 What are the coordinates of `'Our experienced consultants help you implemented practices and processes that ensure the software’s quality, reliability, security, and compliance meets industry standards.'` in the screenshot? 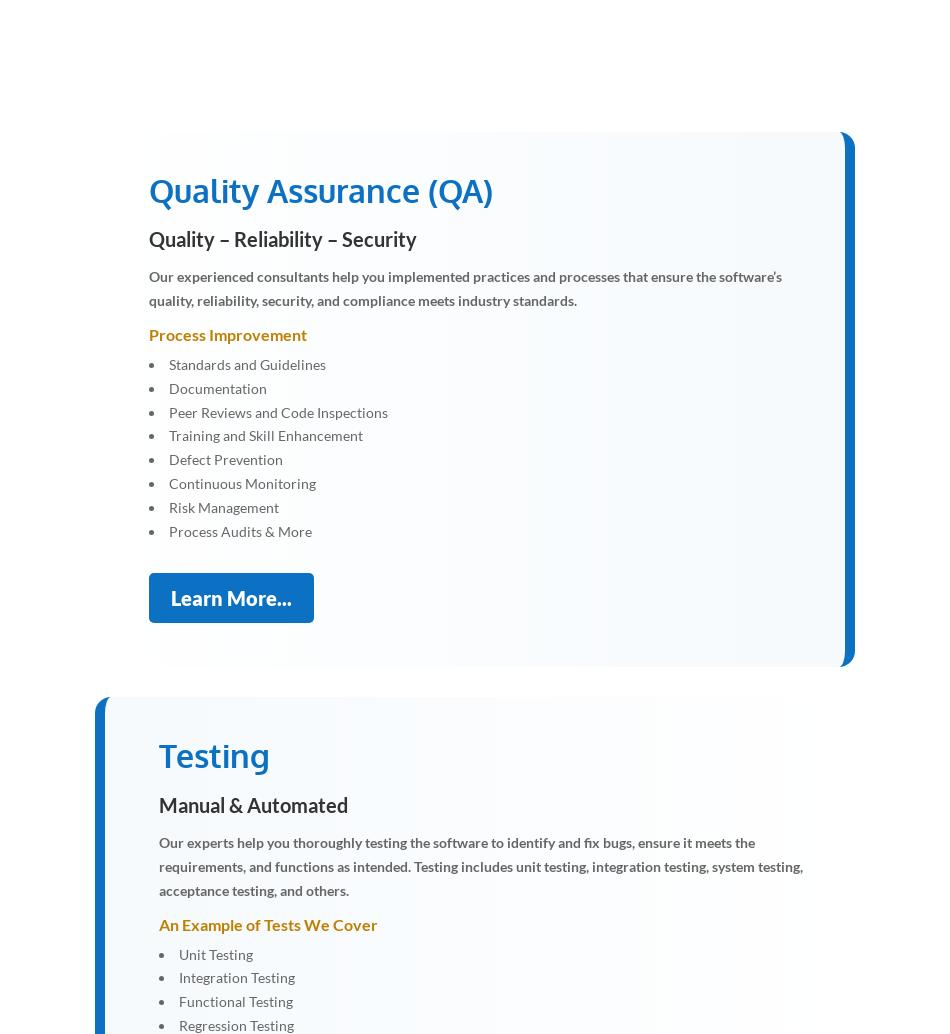 It's located at (464, 287).